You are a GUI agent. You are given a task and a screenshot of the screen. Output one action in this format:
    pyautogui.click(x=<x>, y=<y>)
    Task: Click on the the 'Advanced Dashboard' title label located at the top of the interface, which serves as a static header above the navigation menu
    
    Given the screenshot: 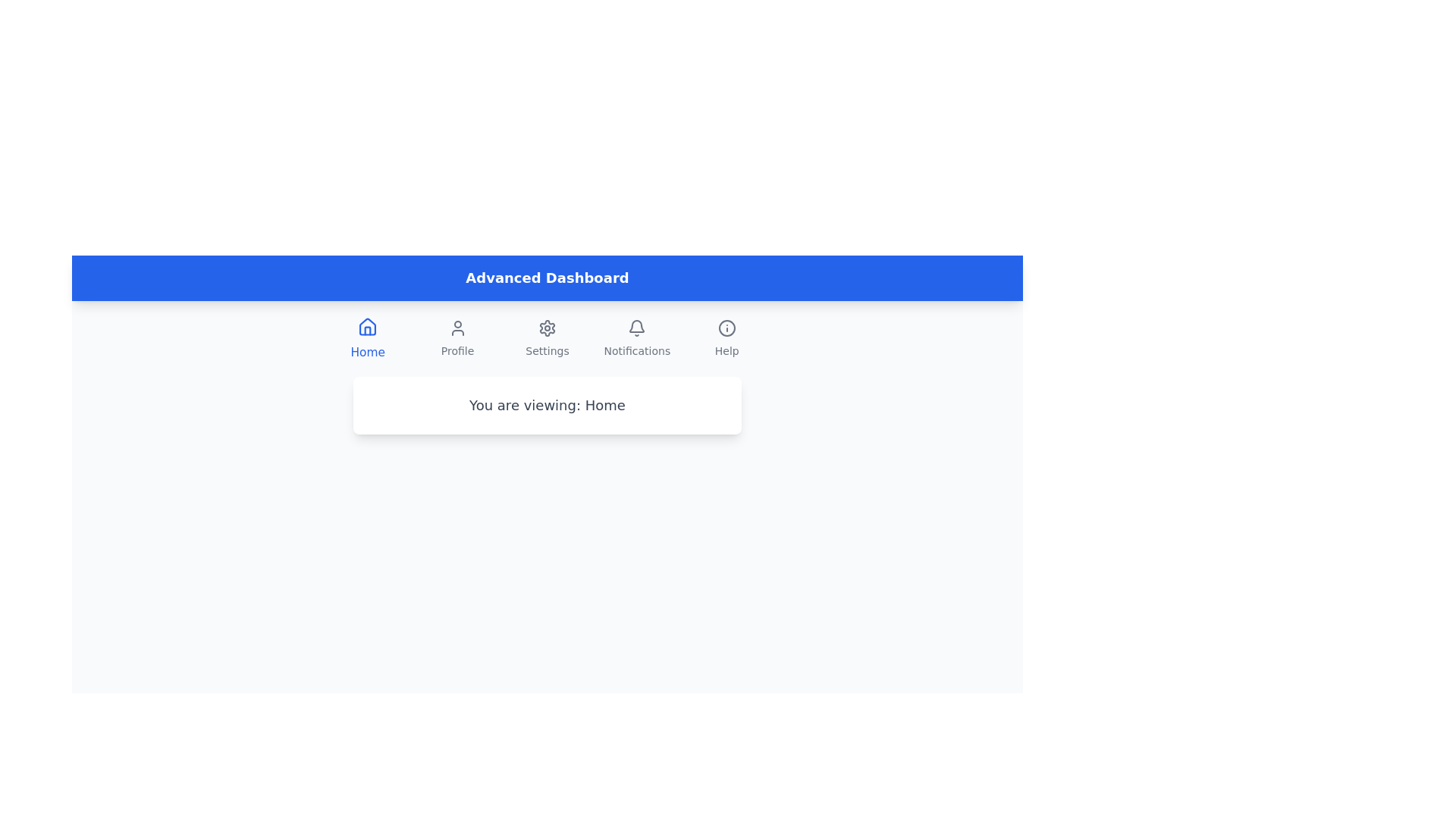 What is the action you would take?
    pyautogui.click(x=546, y=278)
    